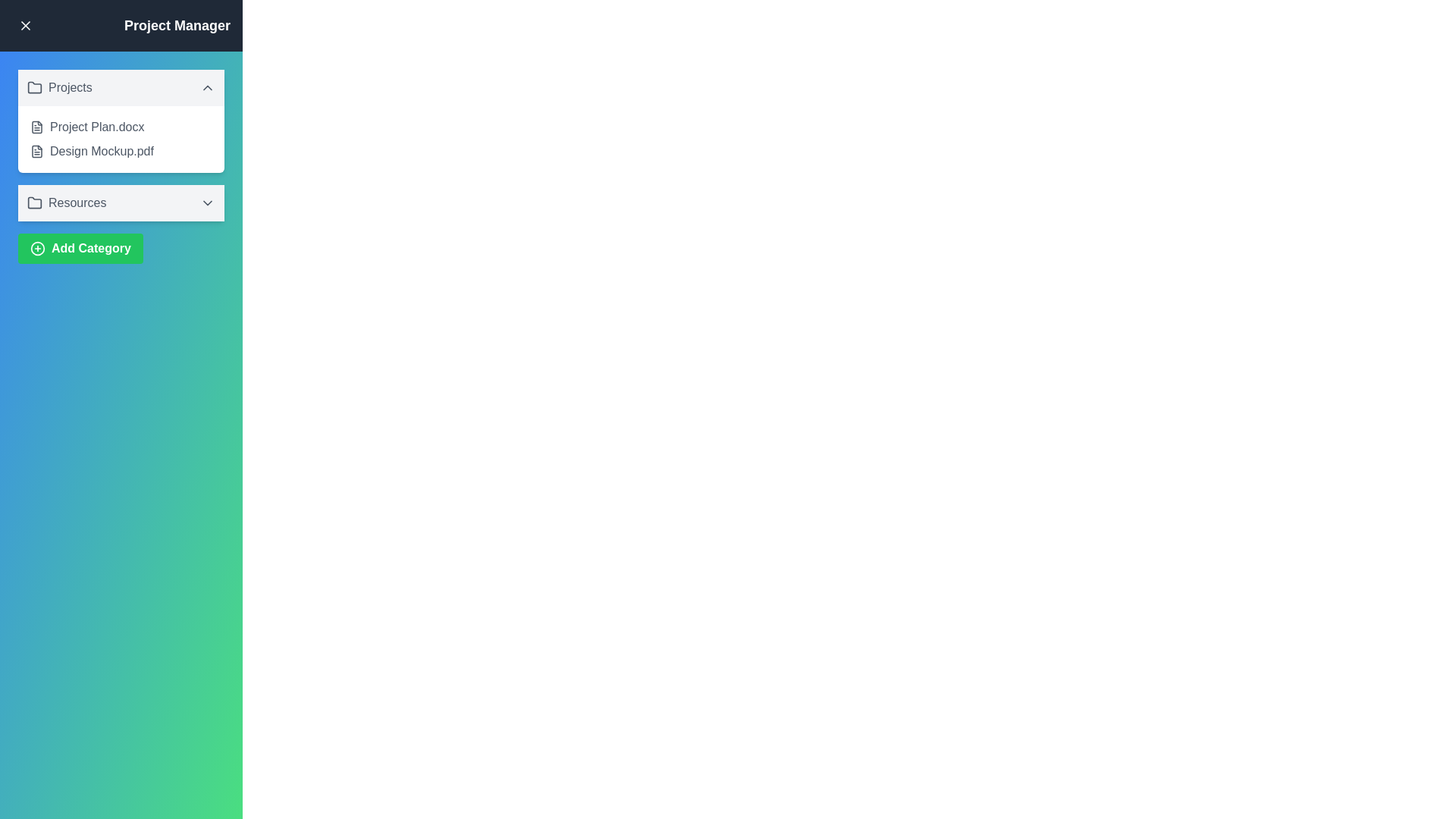 The image size is (1456, 819). Describe the element at coordinates (120, 87) in the screenshot. I see `the collapsible header bar labeled 'Projects' for keyboard navigation` at that location.